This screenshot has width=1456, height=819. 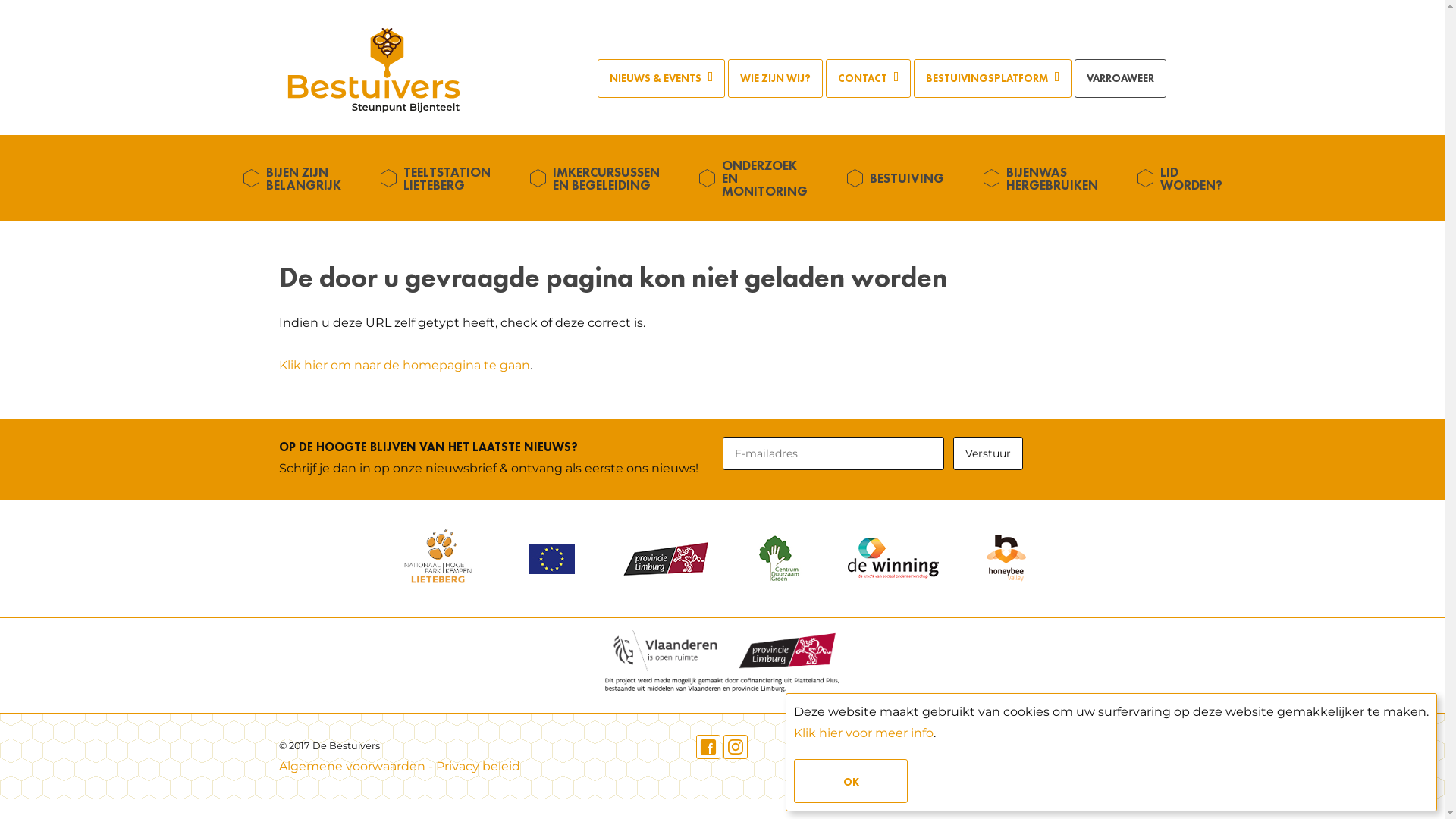 What do you see at coordinates (851, 780) in the screenshot?
I see `'OK'` at bounding box center [851, 780].